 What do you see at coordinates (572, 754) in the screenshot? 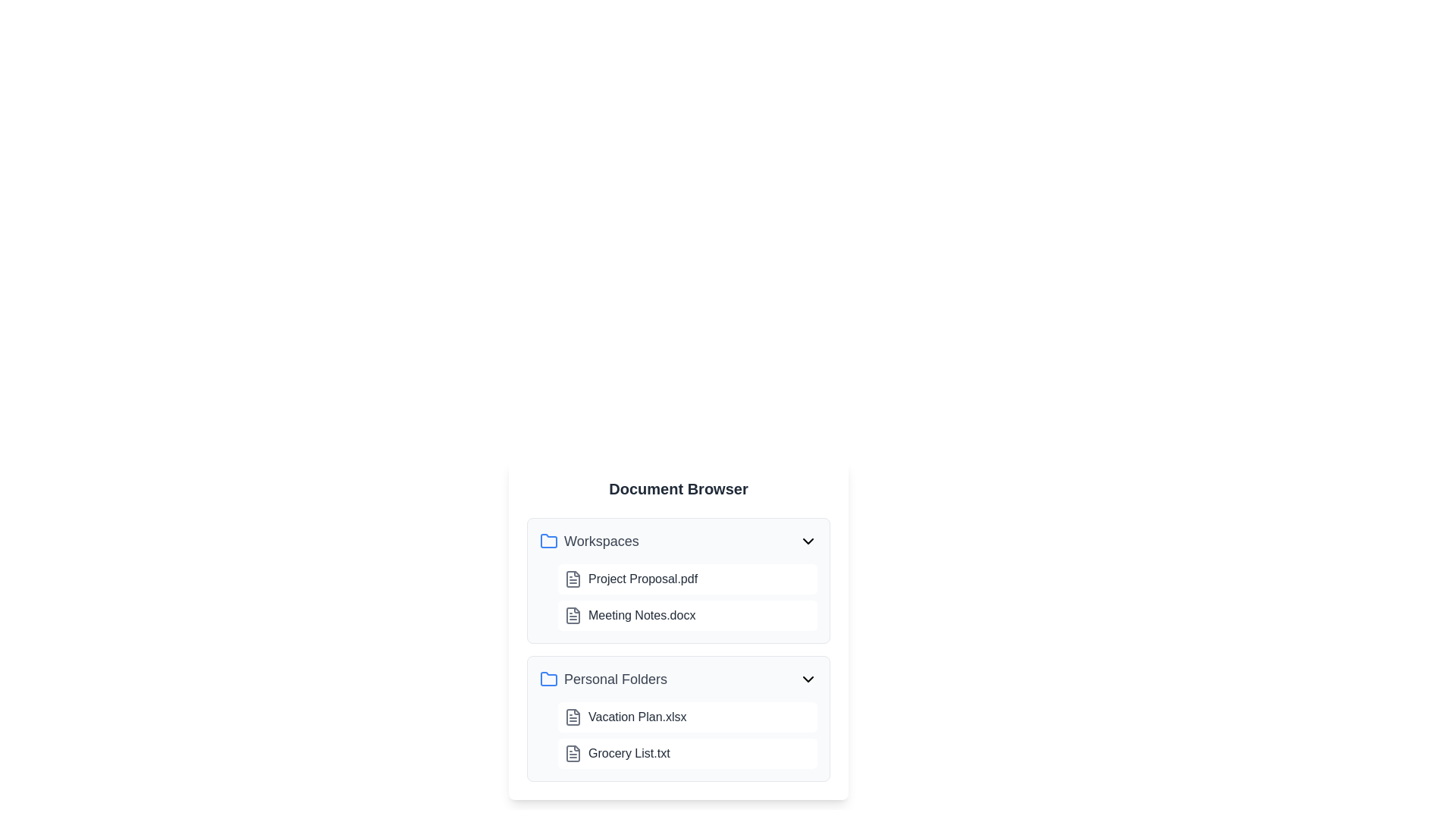
I see `the document file icon element` at bounding box center [572, 754].